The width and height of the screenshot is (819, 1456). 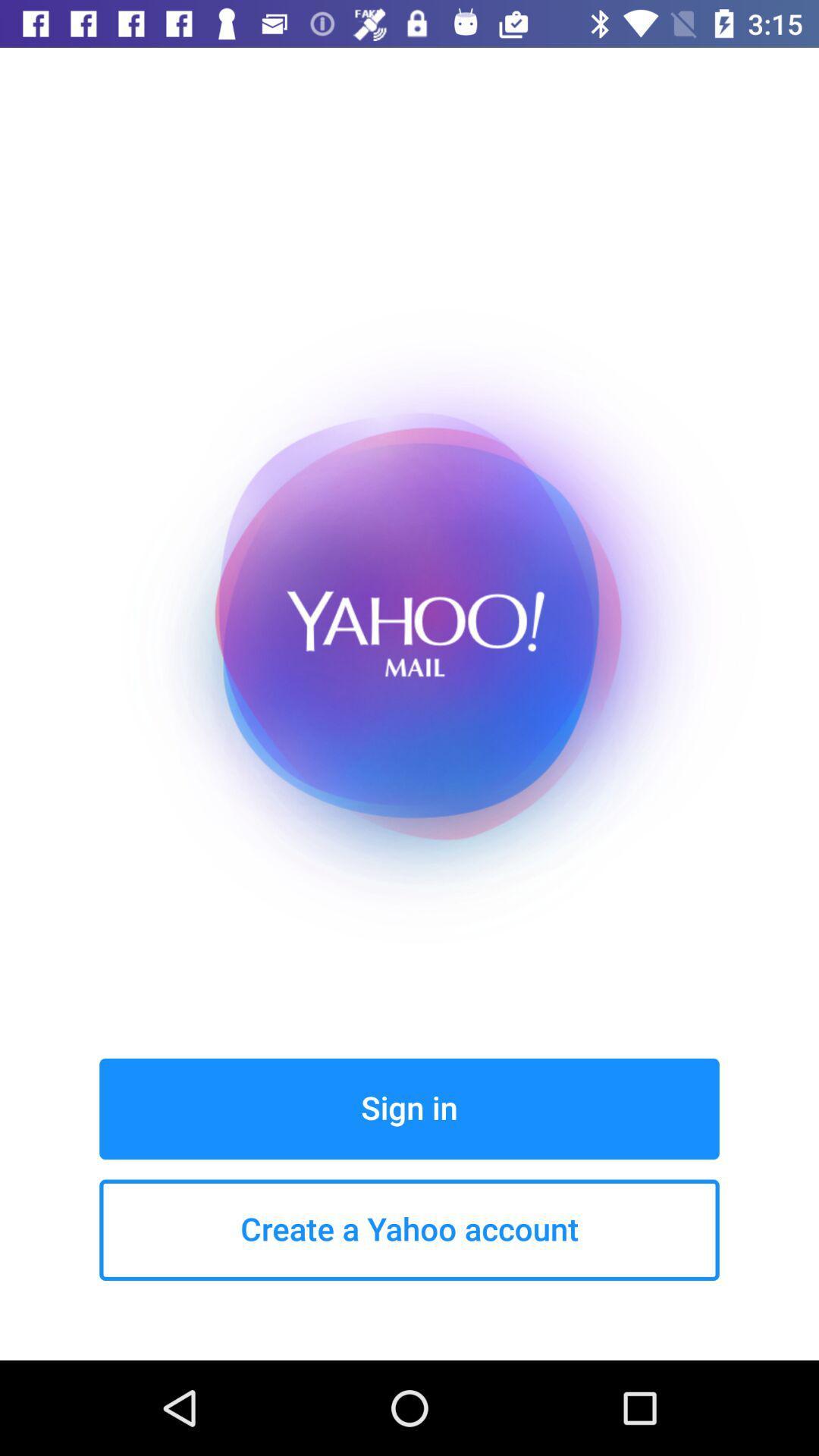 What do you see at coordinates (409, 1230) in the screenshot?
I see `the create a yahoo item` at bounding box center [409, 1230].